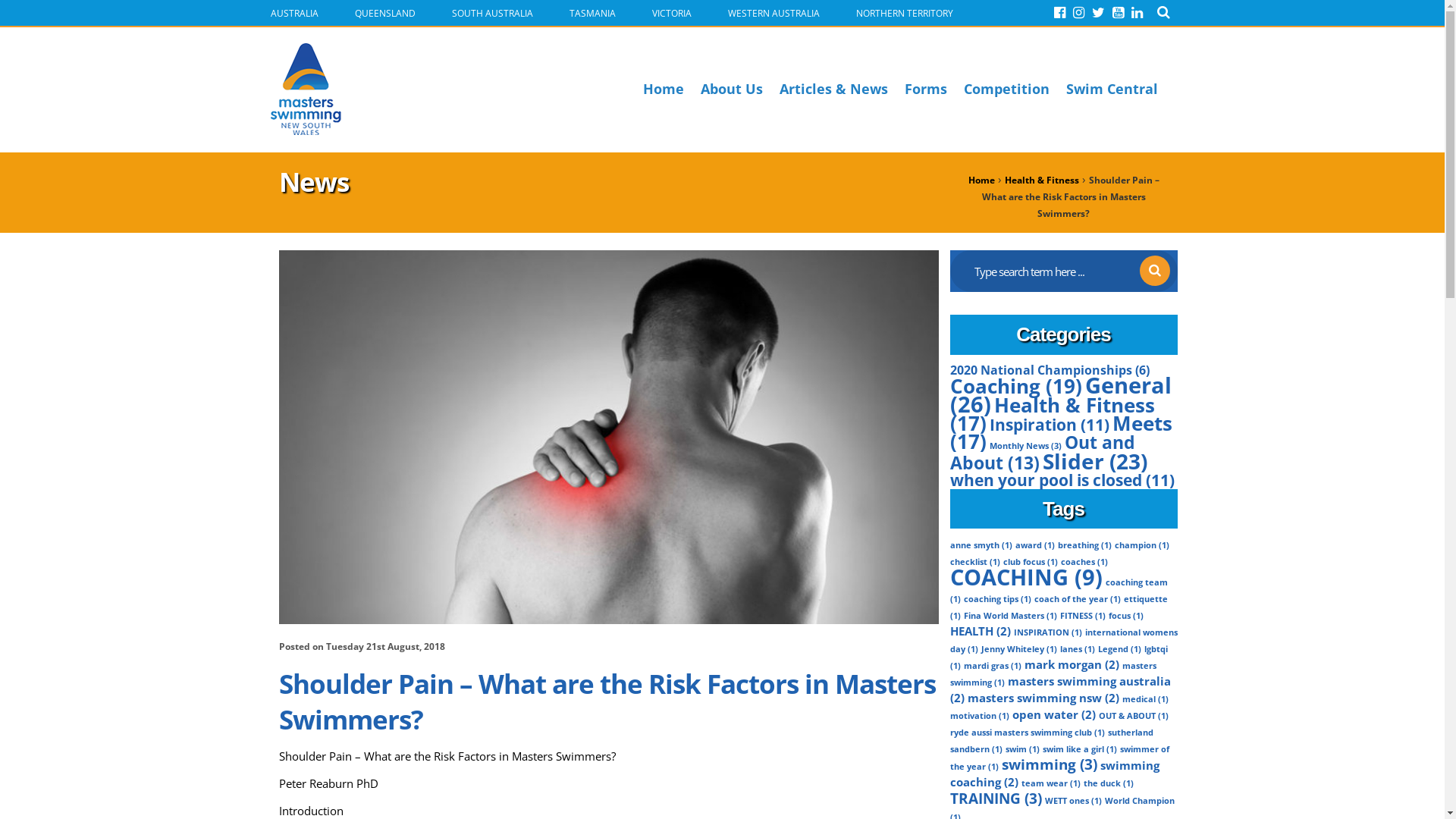  I want to click on 'General (26)', so click(1059, 394).